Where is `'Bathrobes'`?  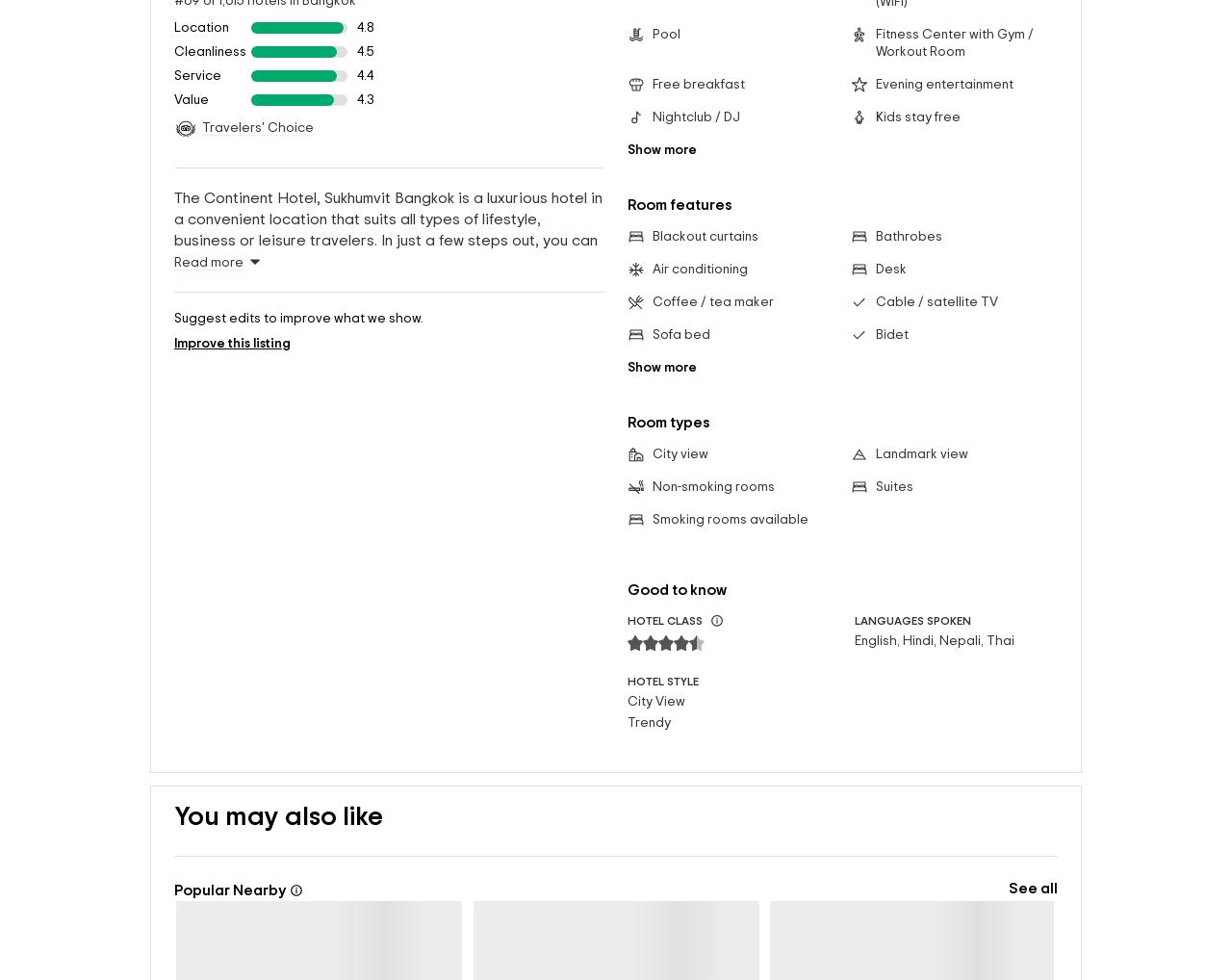 'Bathrobes' is located at coordinates (907, 204).